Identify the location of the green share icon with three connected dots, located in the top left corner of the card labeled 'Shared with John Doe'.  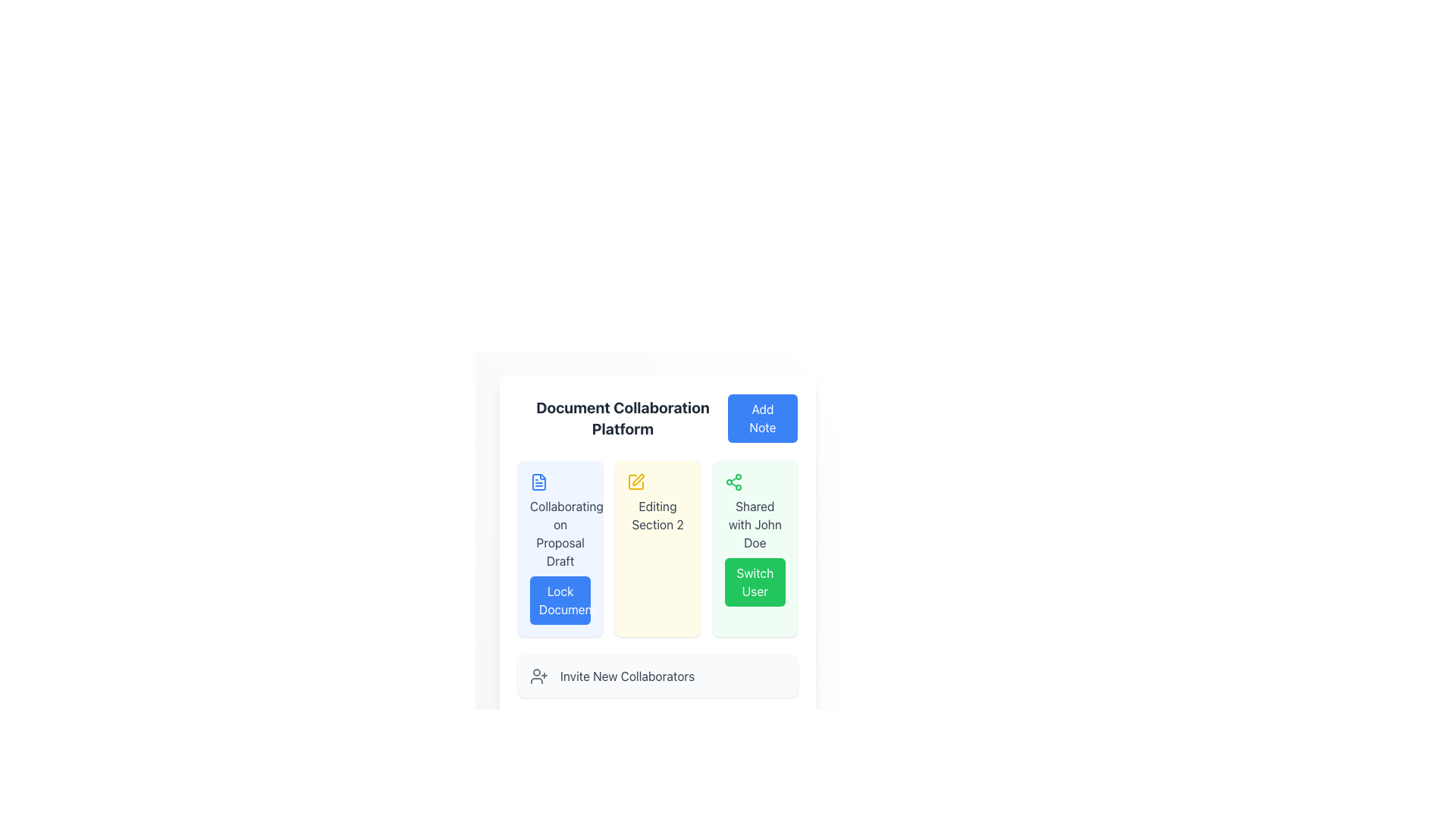
(733, 482).